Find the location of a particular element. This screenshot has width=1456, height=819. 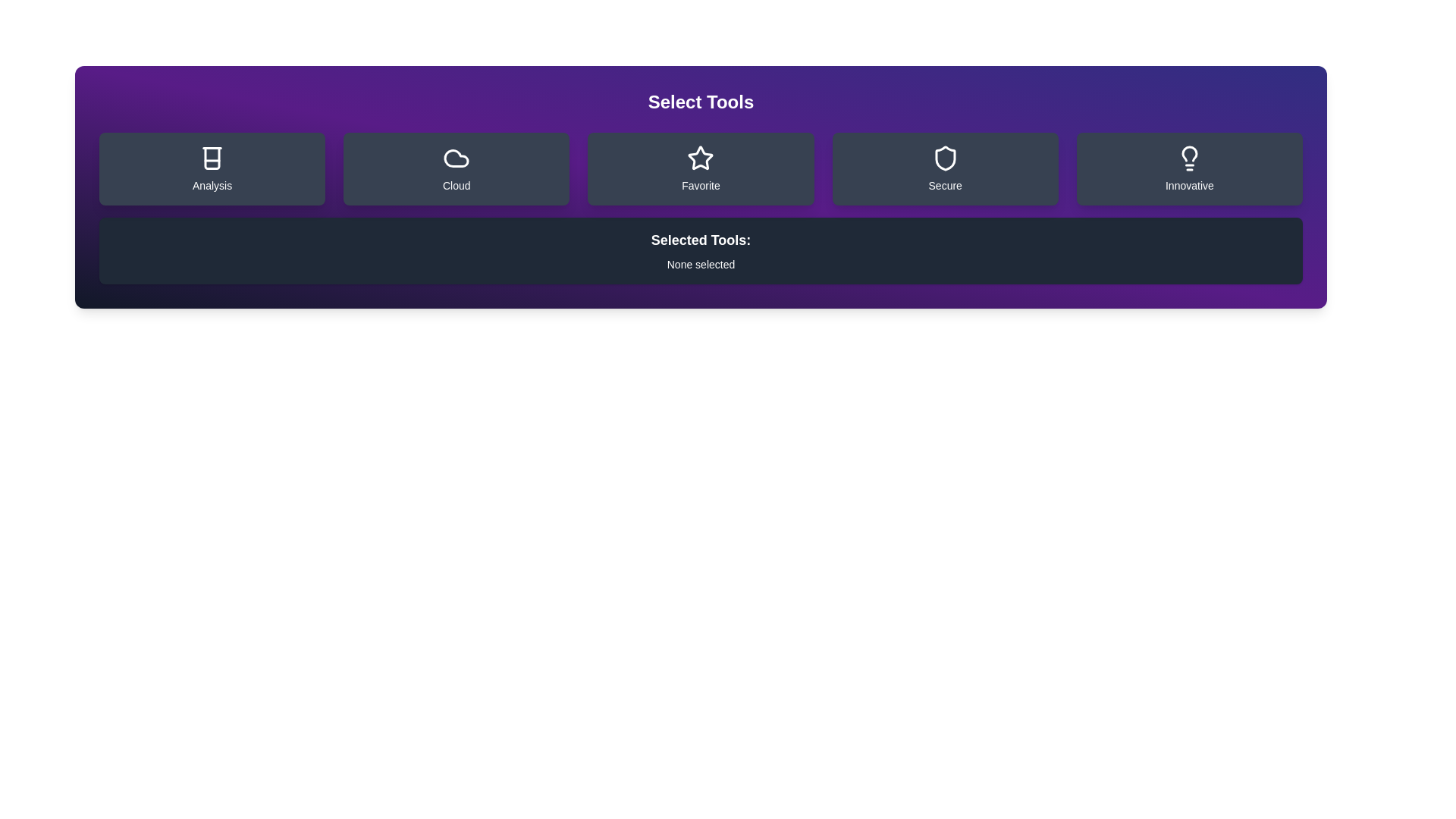

the cloud-shaped icon that serves as the primary visual component of the 'Cloud' button, located second from the left in the top row of buttons is located at coordinates (456, 158).